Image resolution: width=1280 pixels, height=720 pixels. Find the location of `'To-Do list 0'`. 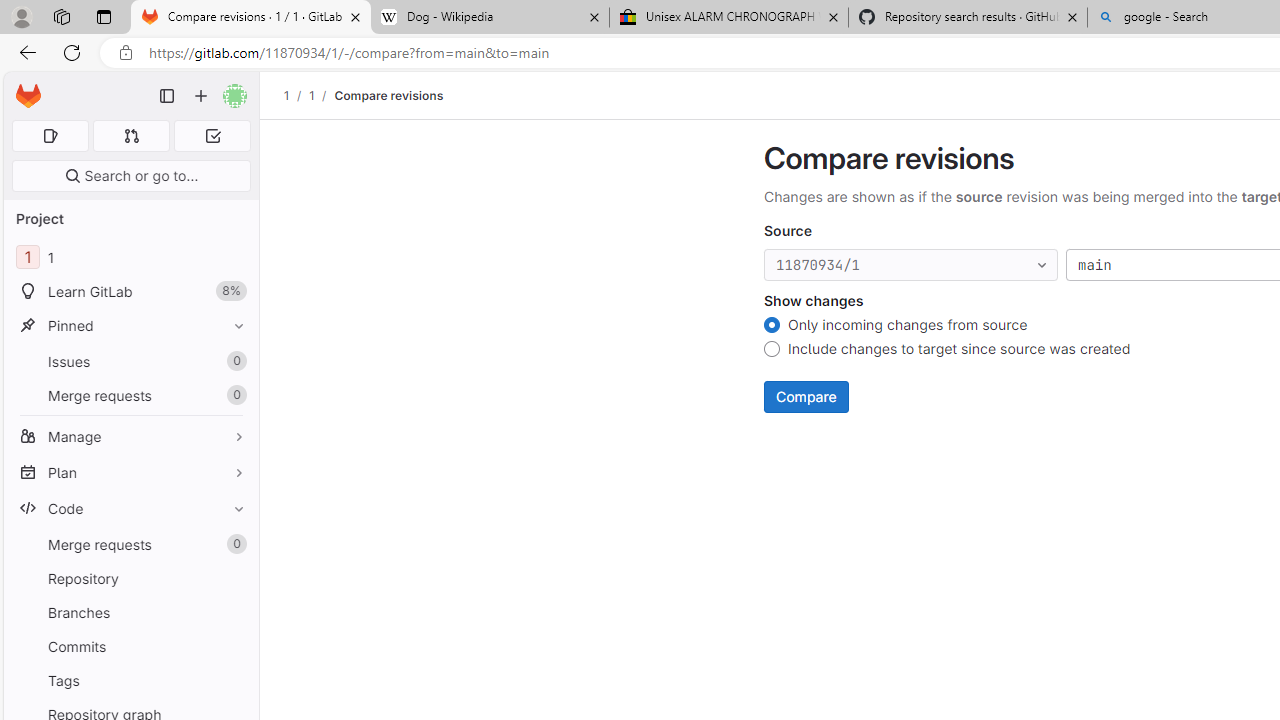

'To-Do list 0' is located at coordinates (212, 135).